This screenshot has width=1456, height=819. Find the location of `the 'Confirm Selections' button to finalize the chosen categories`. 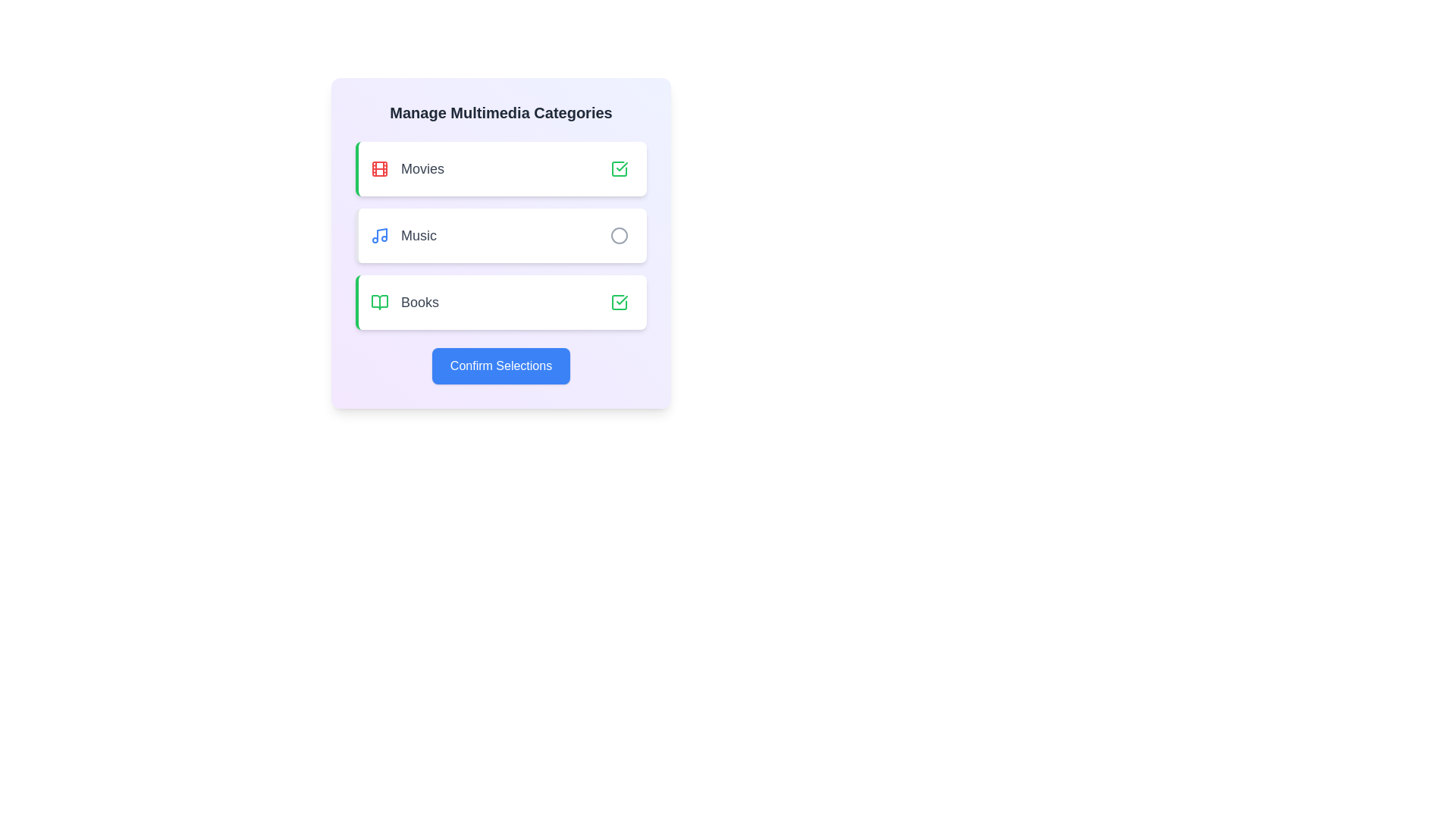

the 'Confirm Selections' button to finalize the chosen categories is located at coordinates (501, 366).